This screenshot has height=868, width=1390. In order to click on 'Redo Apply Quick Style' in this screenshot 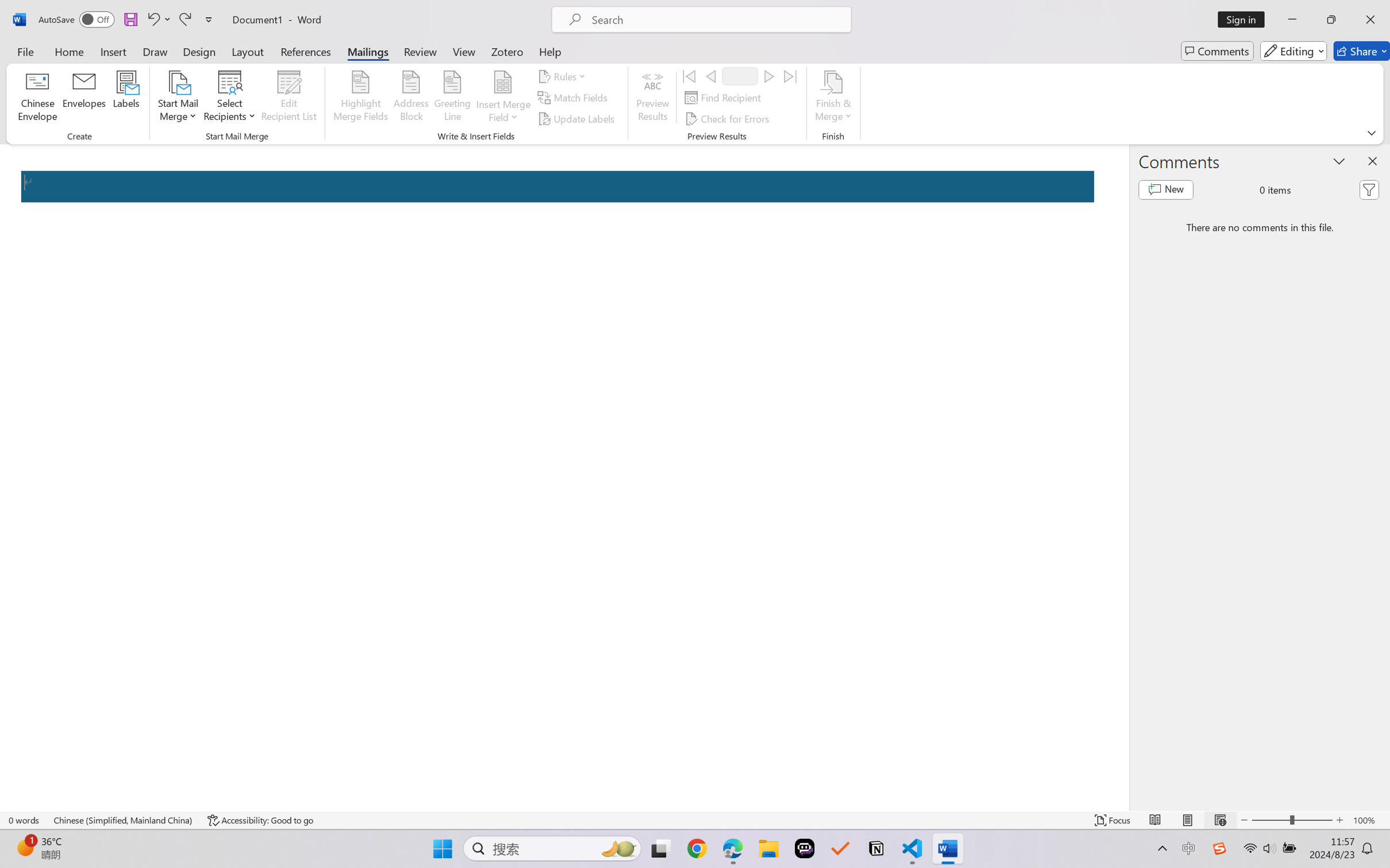, I will do `click(184, 19)`.